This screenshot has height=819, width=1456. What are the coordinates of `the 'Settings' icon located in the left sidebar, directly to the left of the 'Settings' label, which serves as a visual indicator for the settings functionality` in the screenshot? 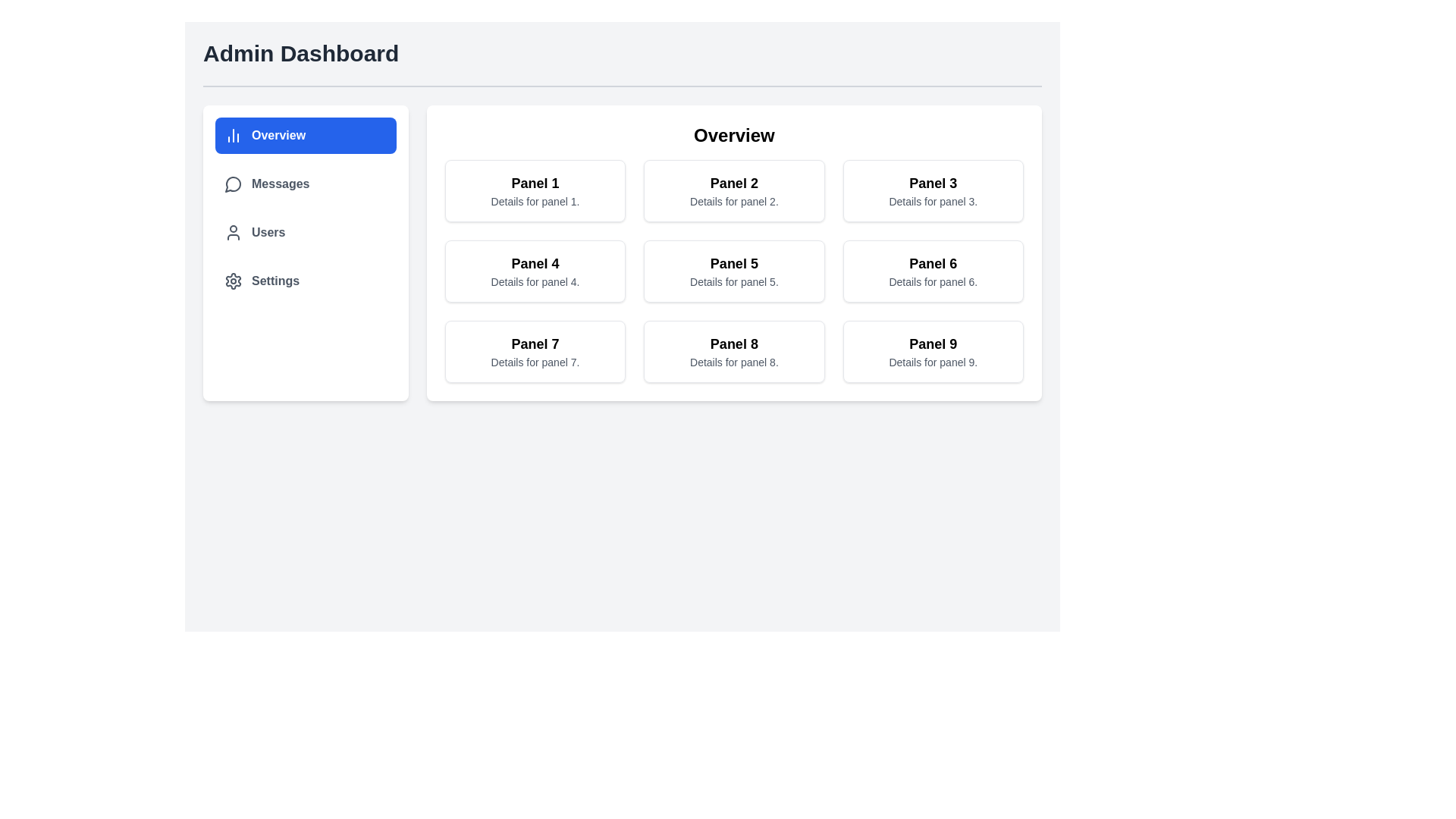 It's located at (232, 281).